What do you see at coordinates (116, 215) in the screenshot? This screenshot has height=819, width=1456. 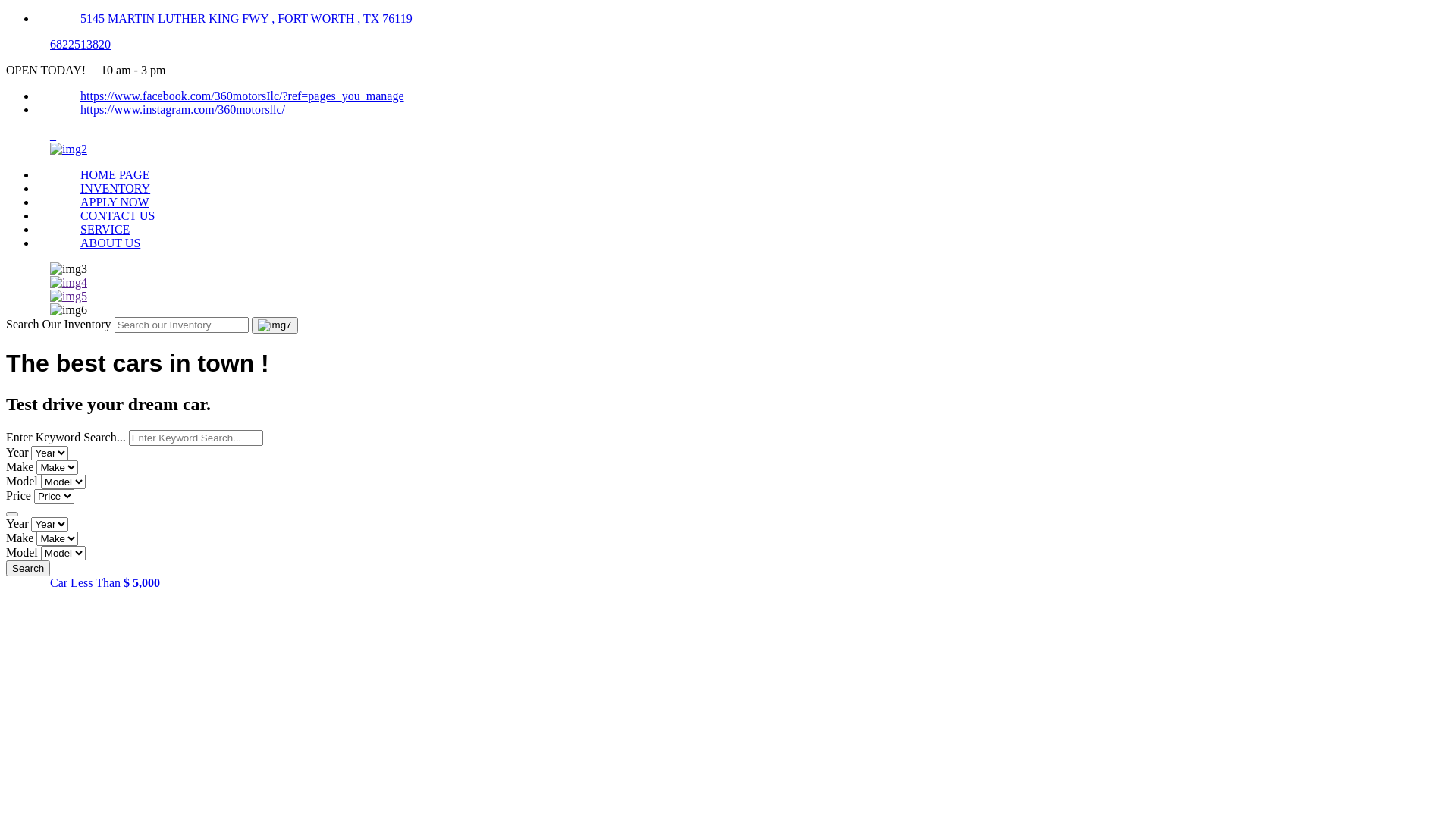 I see `'CONTACT US'` at bounding box center [116, 215].